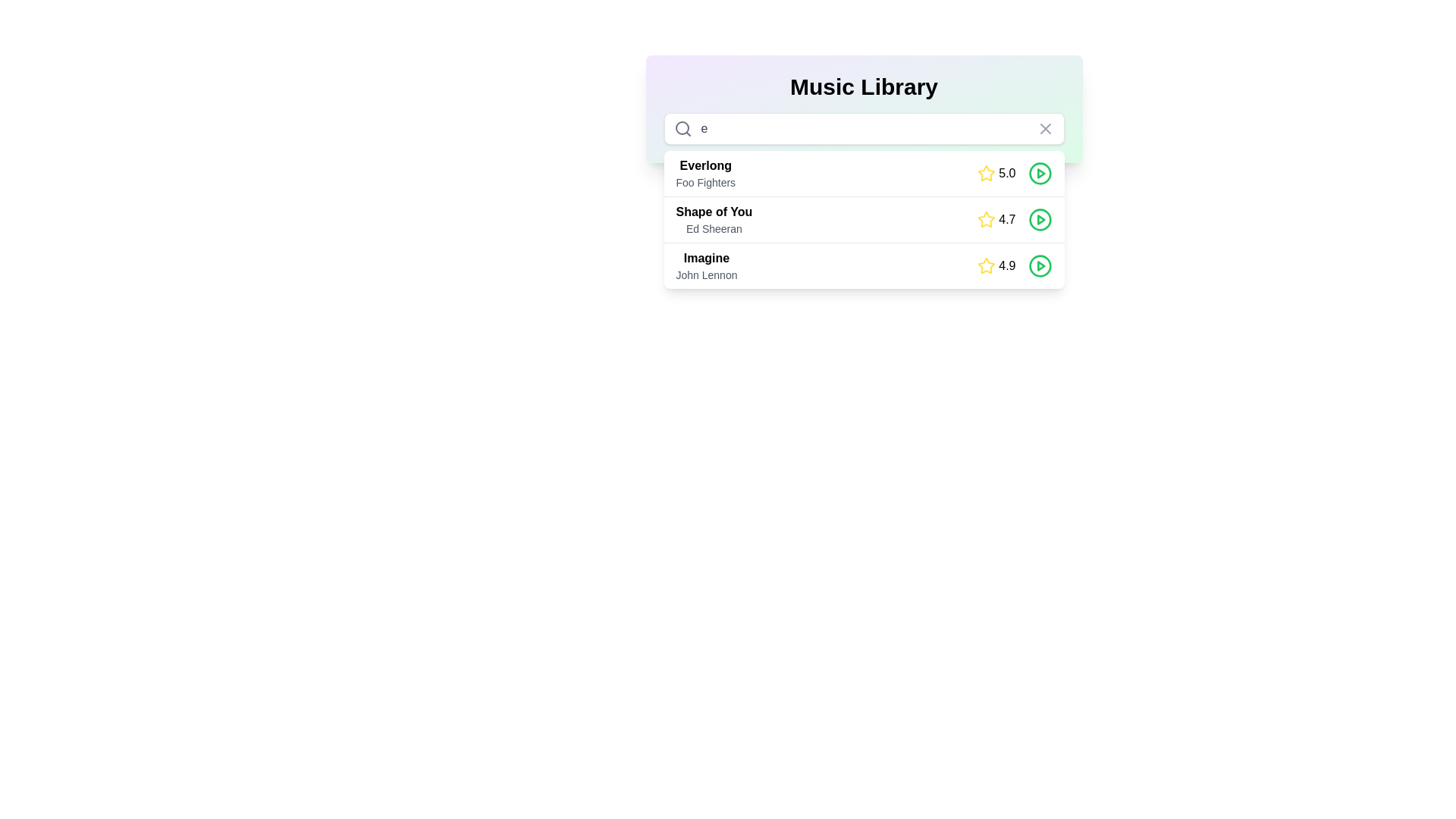 This screenshot has height=819, width=1456. Describe the element at coordinates (986, 219) in the screenshot. I see `the yellow star-shaped icon used for rating, located next to the rating text '4.7' in the music library interface` at that location.